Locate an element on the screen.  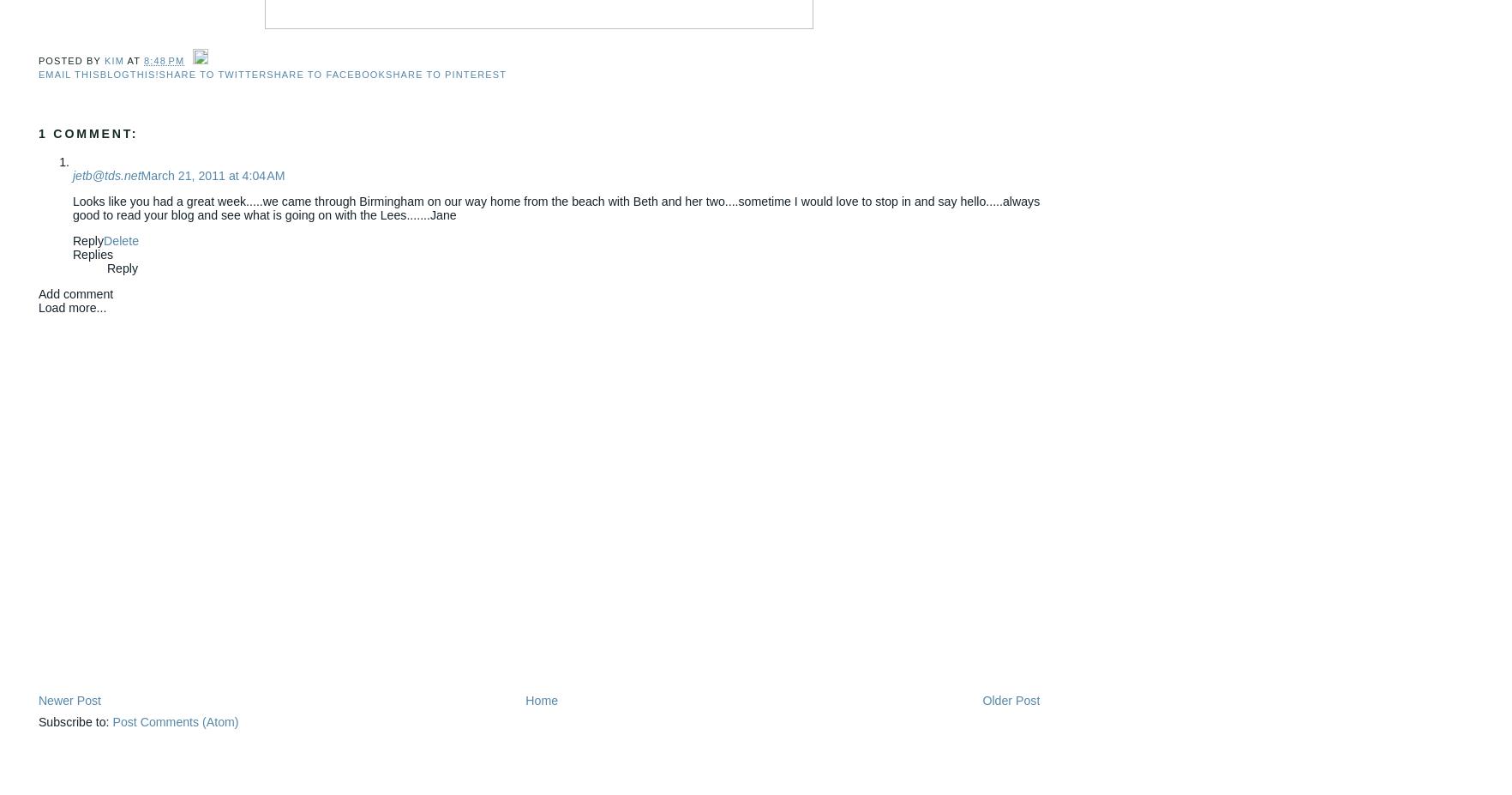
'Share to Pinterest' is located at coordinates (446, 73).